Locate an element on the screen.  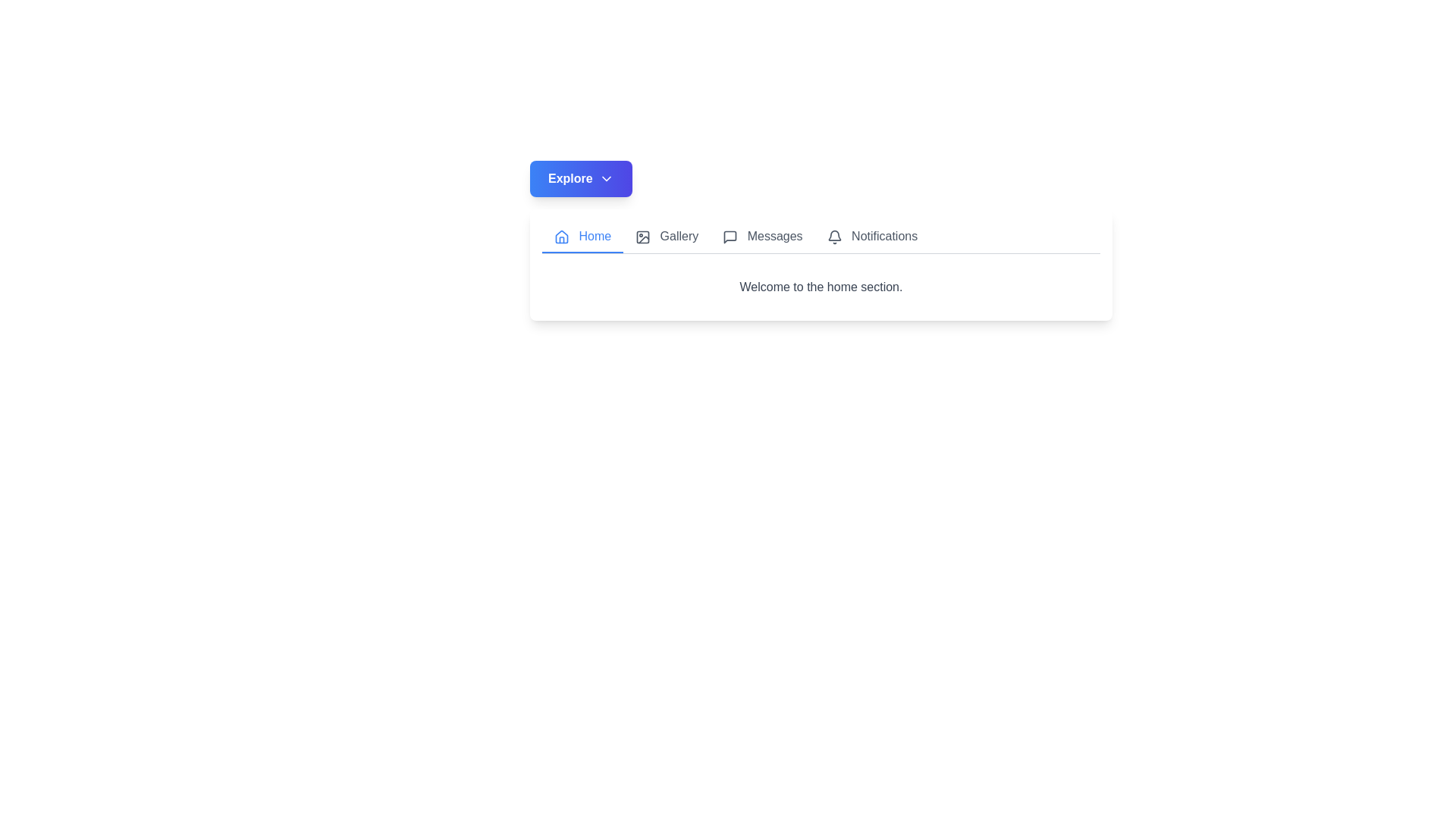
the 'Home' navigation tab icon, which is positioned to the left of the 'Home' text label in the top navigation bar is located at coordinates (560, 237).